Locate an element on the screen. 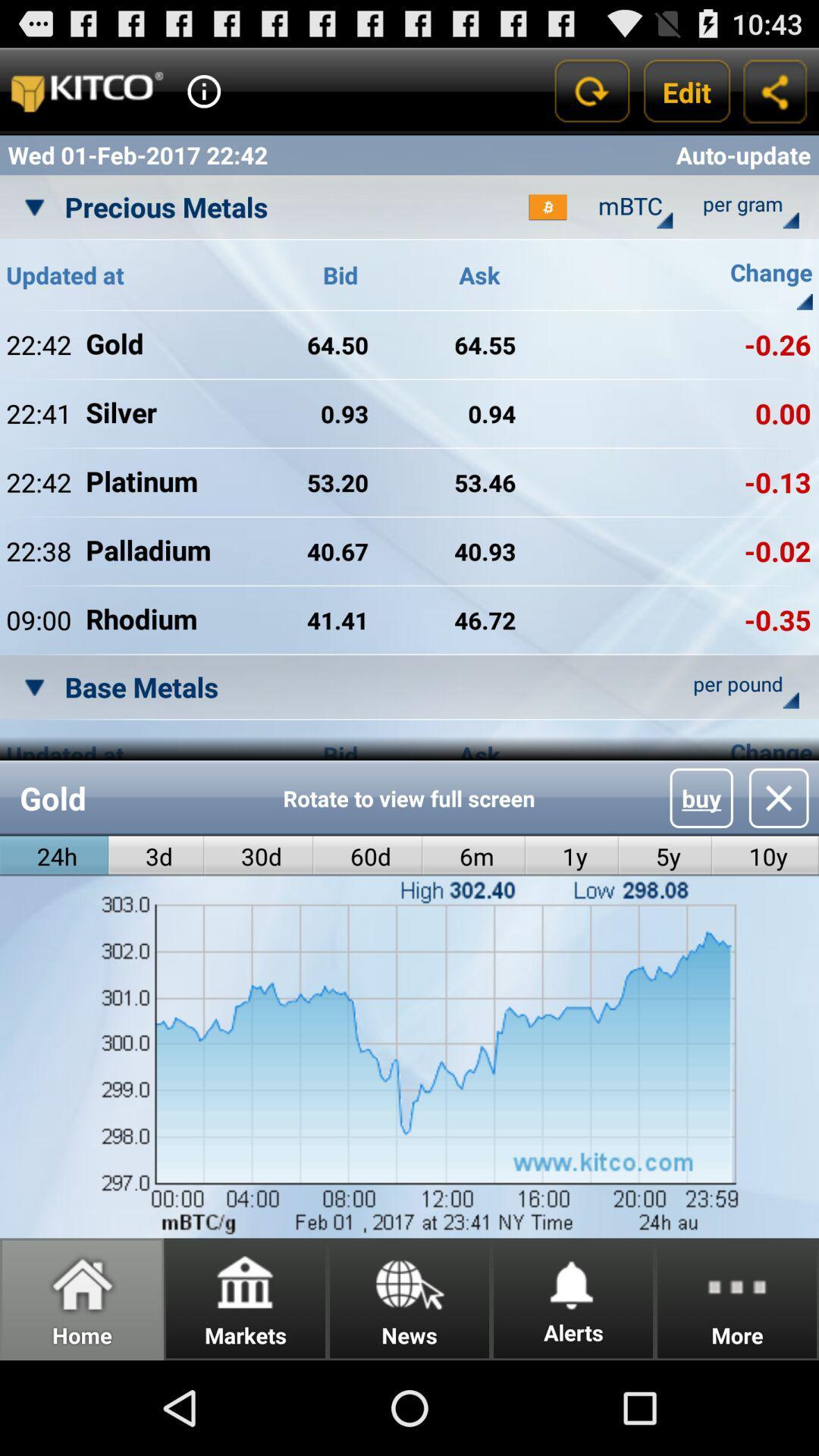 This screenshot has width=819, height=1456. the info icon is located at coordinates (203, 97).